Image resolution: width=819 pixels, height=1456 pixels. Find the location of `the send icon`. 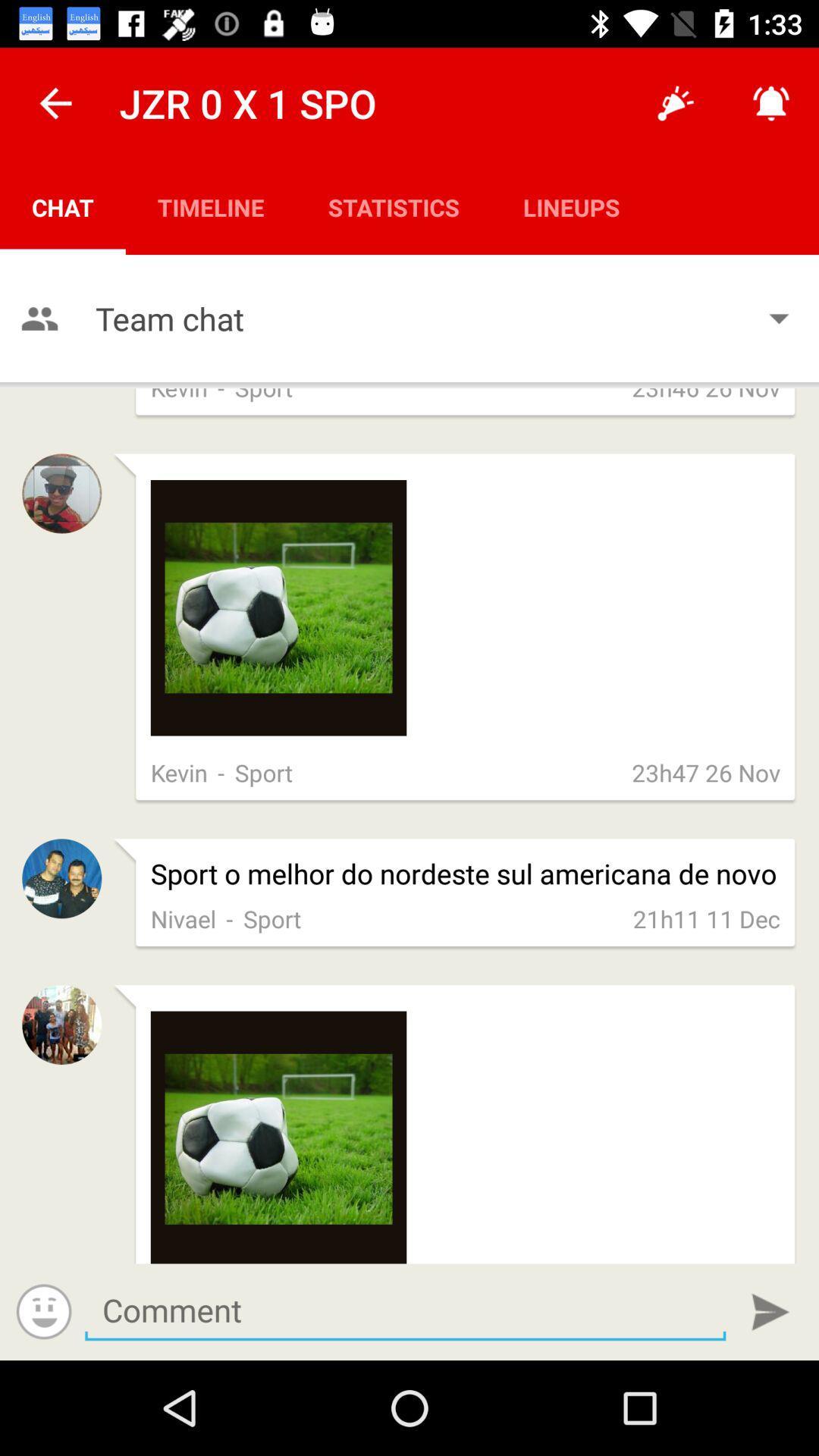

the send icon is located at coordinates (770, 1311).